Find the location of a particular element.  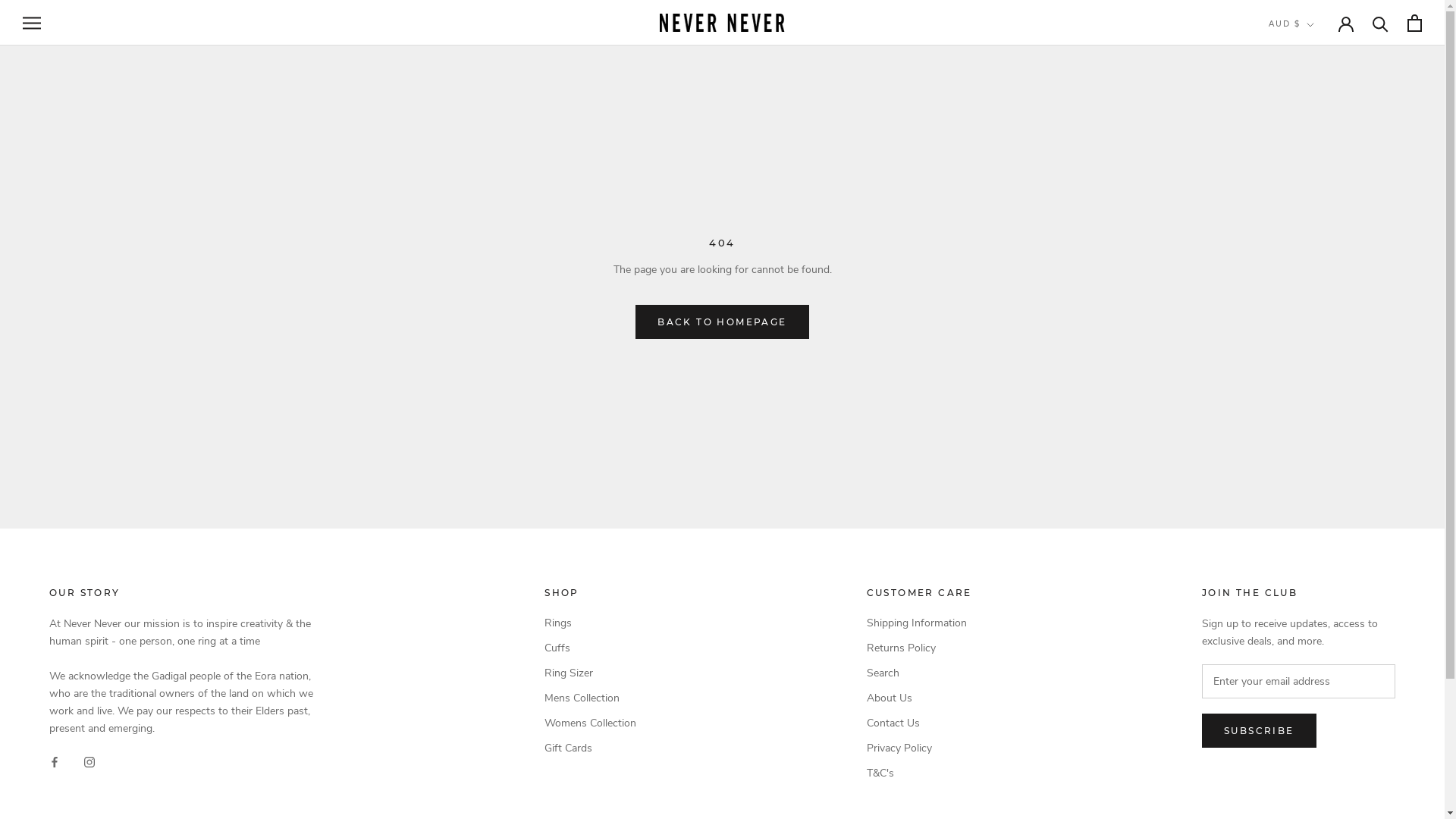

'Gift Cards' is located at coordinates (589, 747).